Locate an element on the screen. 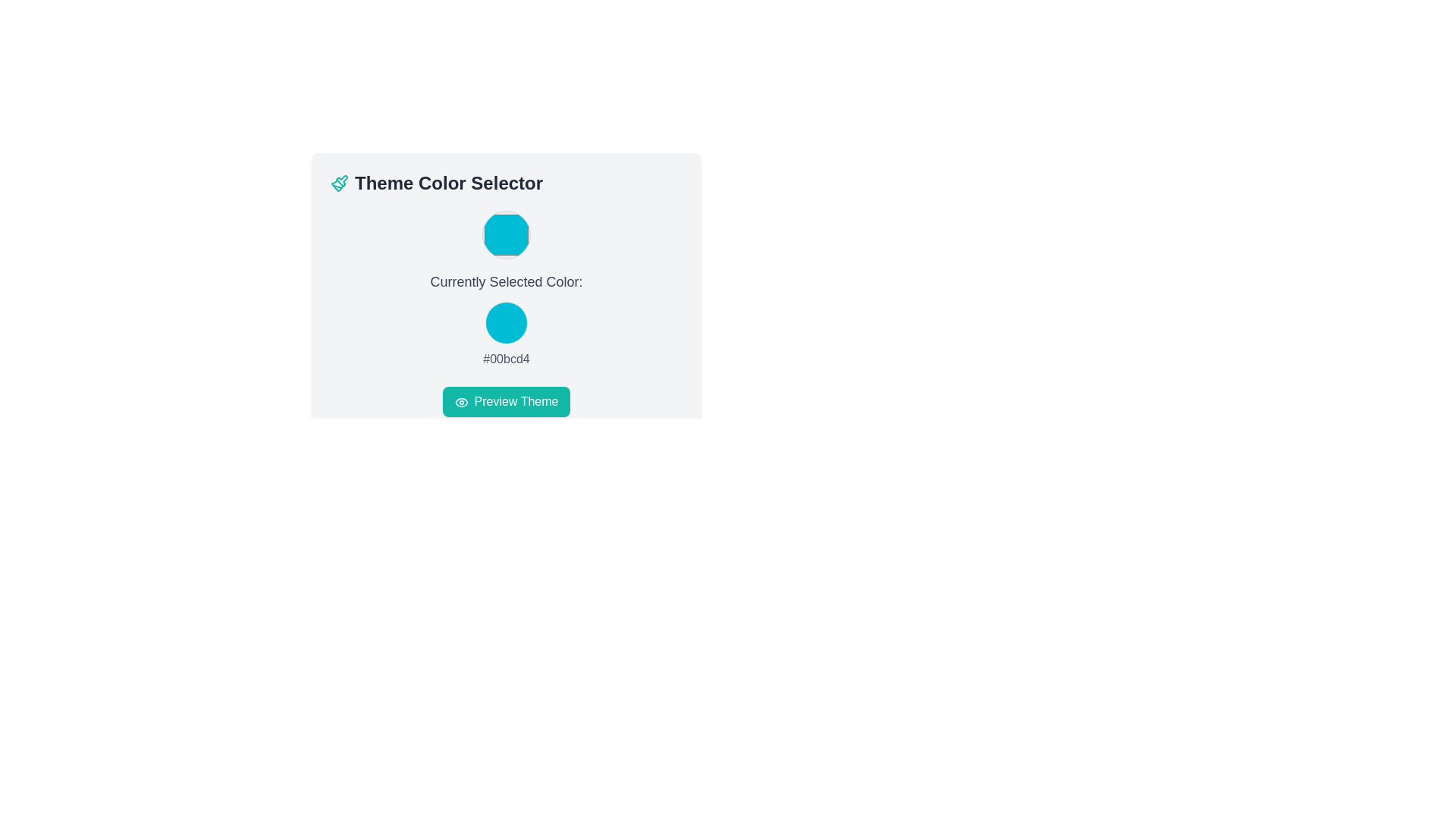 This screenshot has height=819, width=1456. the text label that displays 'Currently Selected Color:' which is styled with a medium-sized gray font and is located in the center of the interface is located at coordinates (506, 281).